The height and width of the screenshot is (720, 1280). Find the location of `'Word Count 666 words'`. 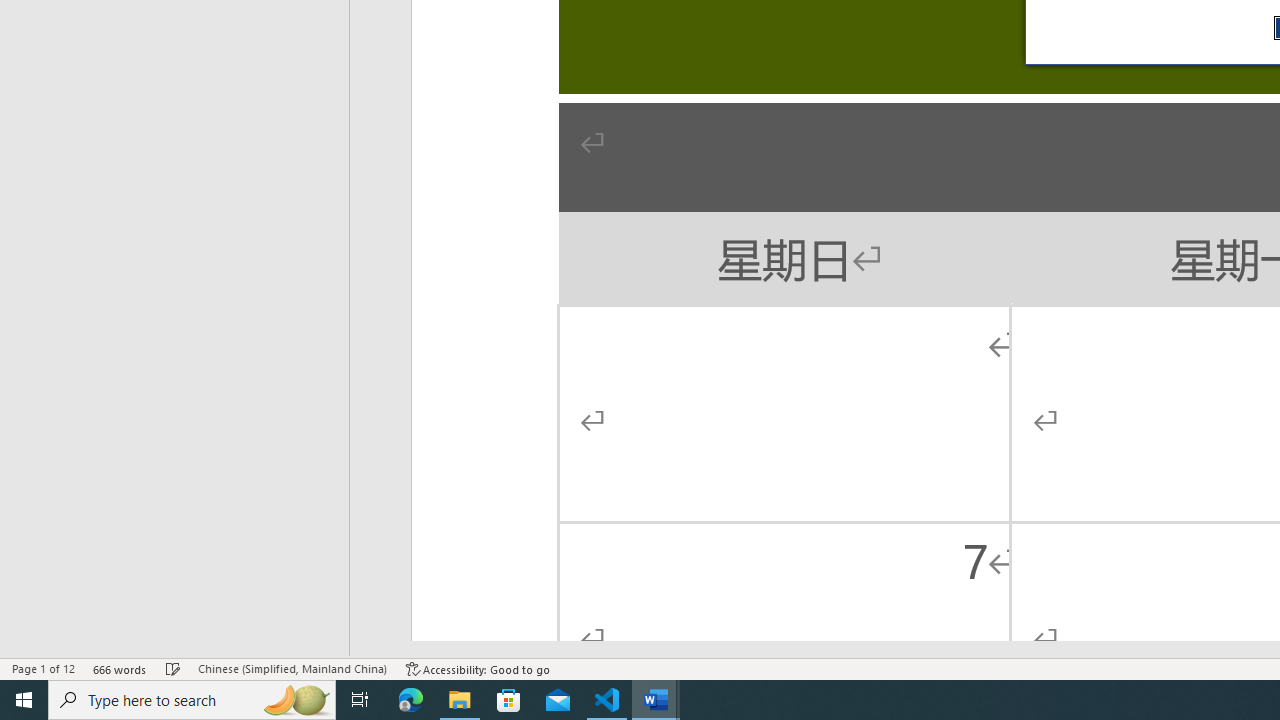

'Word Count 666 words' is located at coordinates (119, 669).